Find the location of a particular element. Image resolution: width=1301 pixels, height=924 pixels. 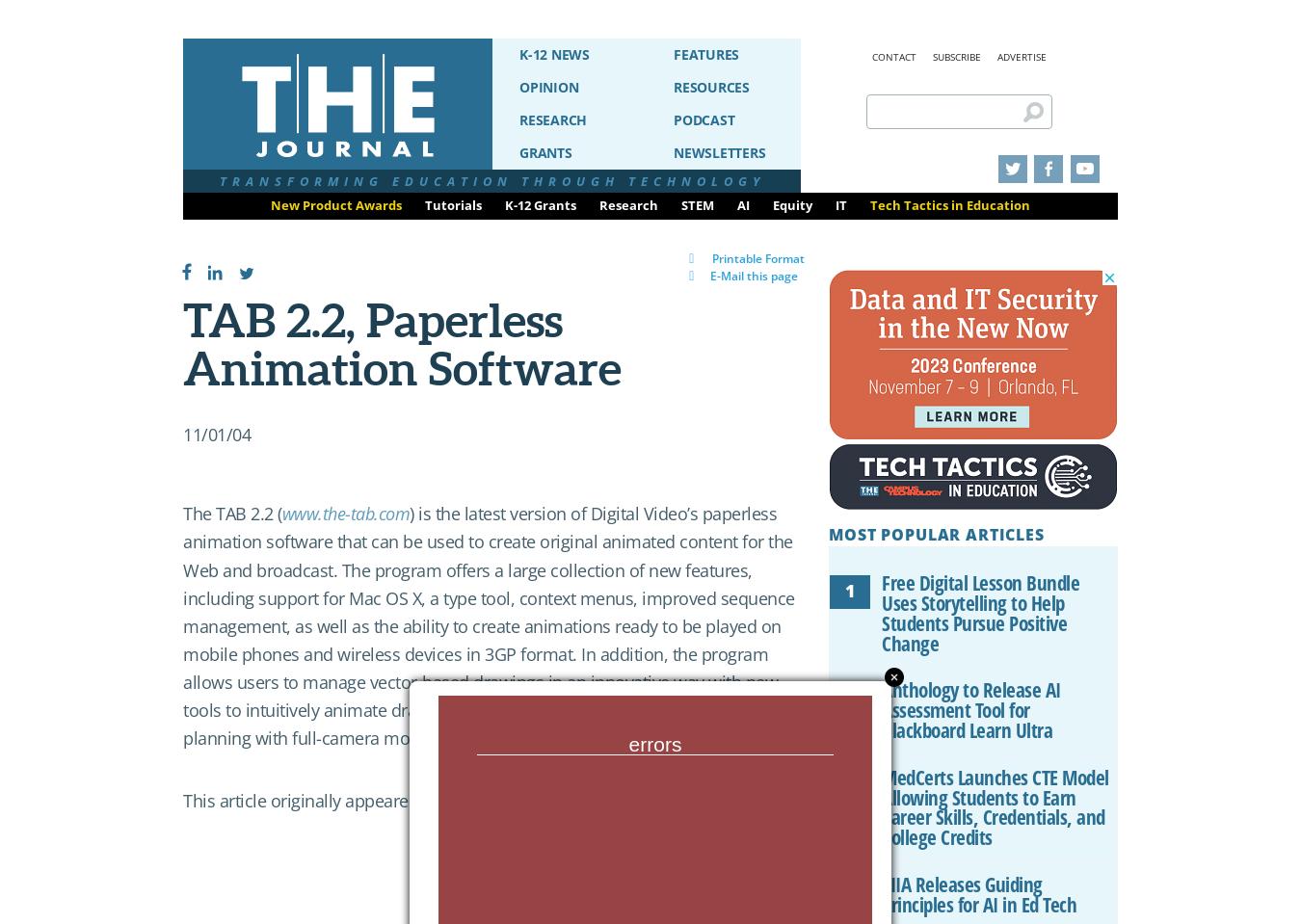

'11/01/2004' is located at coordinates (469, 799).